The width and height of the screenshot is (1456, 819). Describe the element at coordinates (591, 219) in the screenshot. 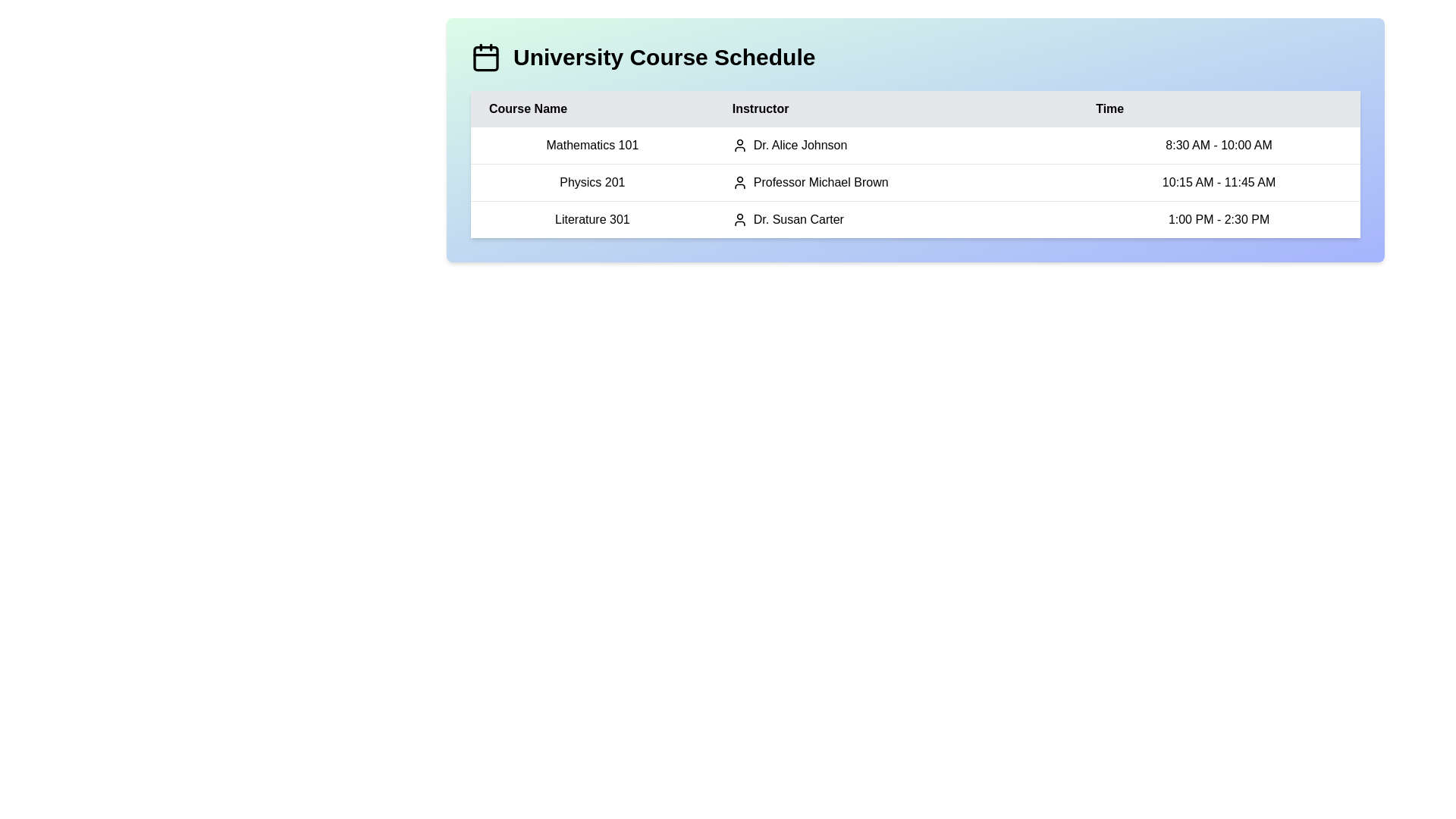

I see `the static text label displaying 'Literature 301' in the course schedule table, located in the first column of the third row` at that location.